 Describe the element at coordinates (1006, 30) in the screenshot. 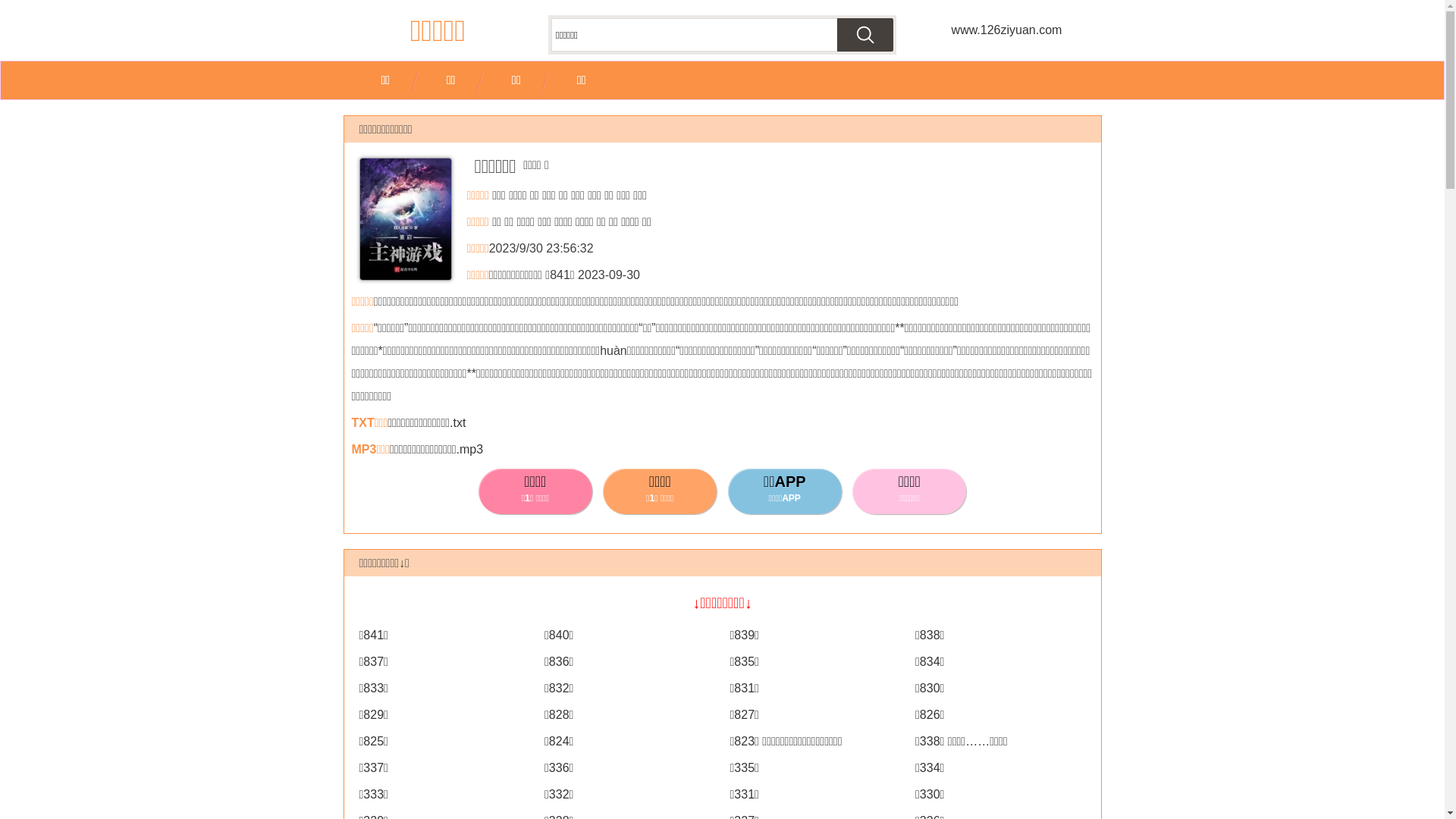

I see `'www.126ziyuan.com'` at that location.